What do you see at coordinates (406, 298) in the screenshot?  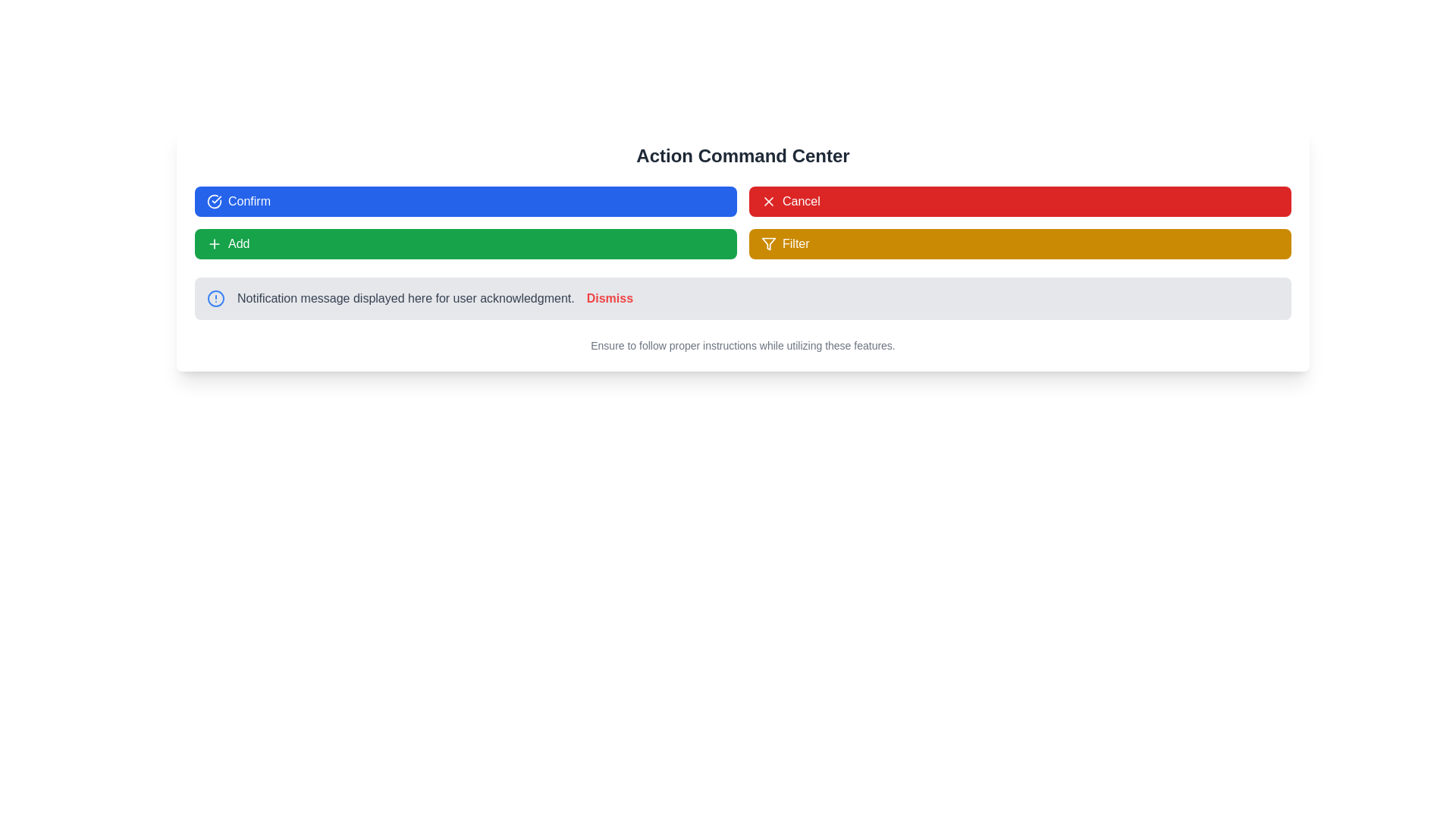 I see `the static text element displaying 'Notification message displayed here for user acknowledgment.' which is located within a gray notification bar` at bounding box center [406, 298].